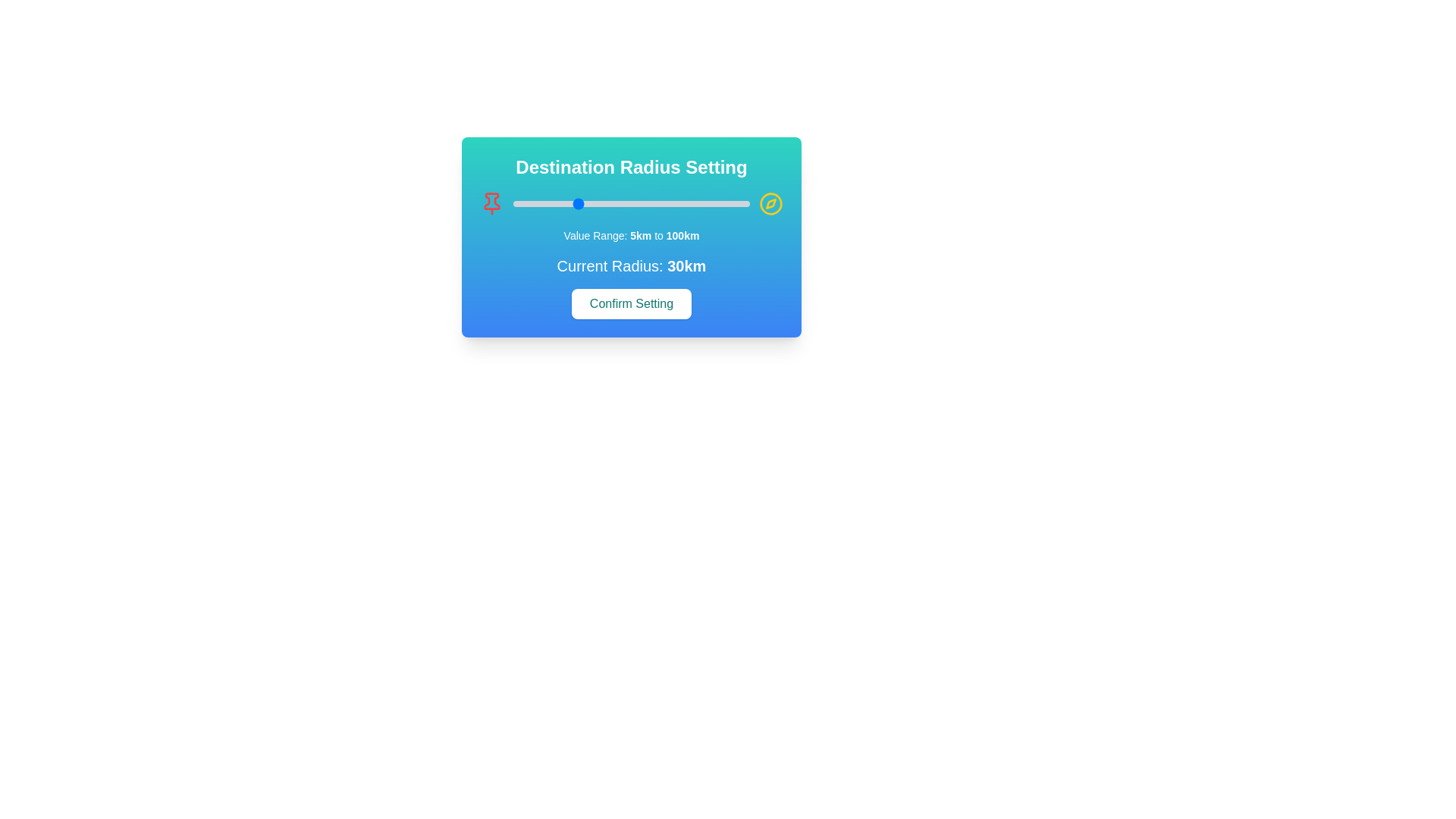  I want to click on the radius slider to set the radius to 21 km, so click(552, 203).